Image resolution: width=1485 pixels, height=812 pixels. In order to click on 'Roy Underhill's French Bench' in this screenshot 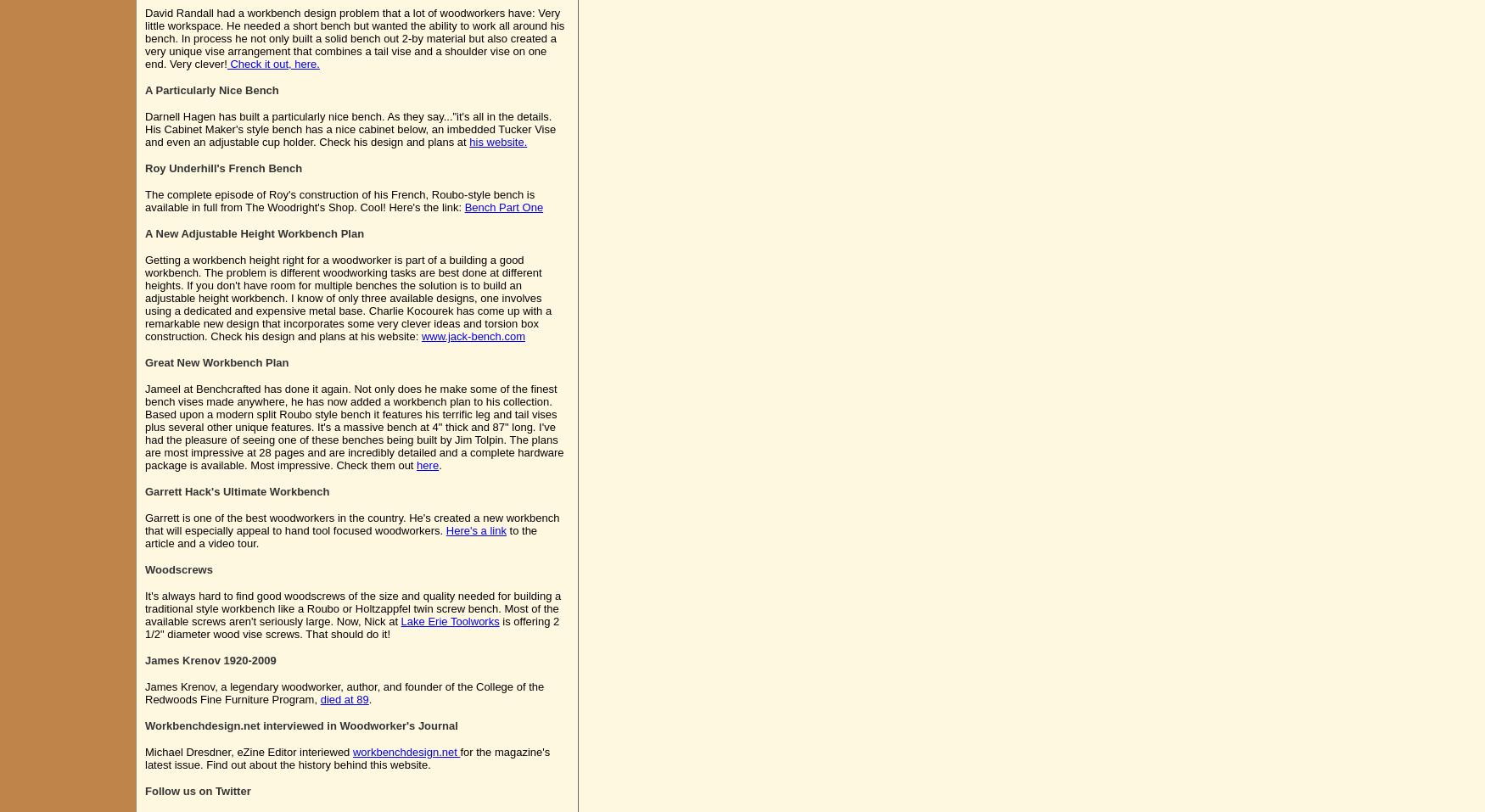, I will do `click(222, 167)`.